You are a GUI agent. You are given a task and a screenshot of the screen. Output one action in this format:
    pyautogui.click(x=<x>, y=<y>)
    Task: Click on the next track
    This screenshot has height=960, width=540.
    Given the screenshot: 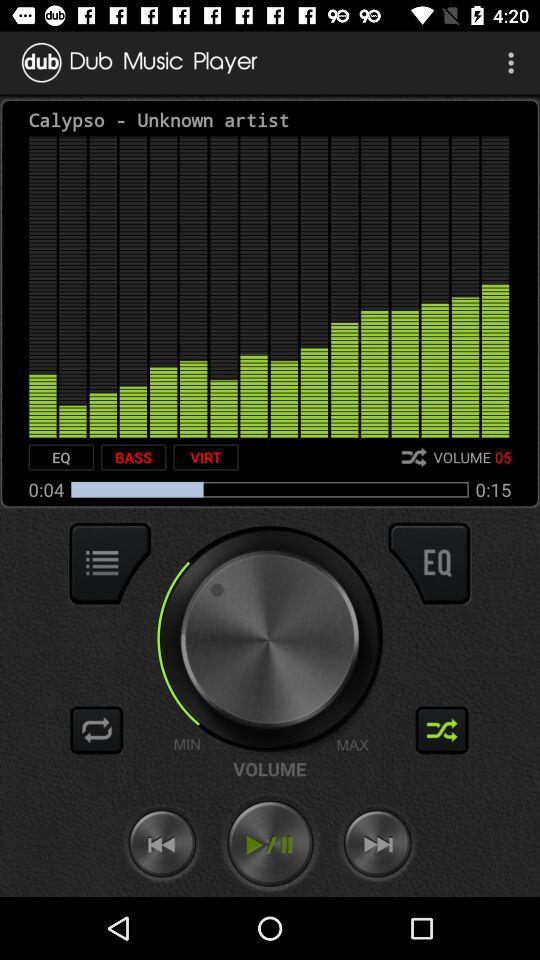 What is the action you would take?
    pyautogui.click(x=377, y=843)
    